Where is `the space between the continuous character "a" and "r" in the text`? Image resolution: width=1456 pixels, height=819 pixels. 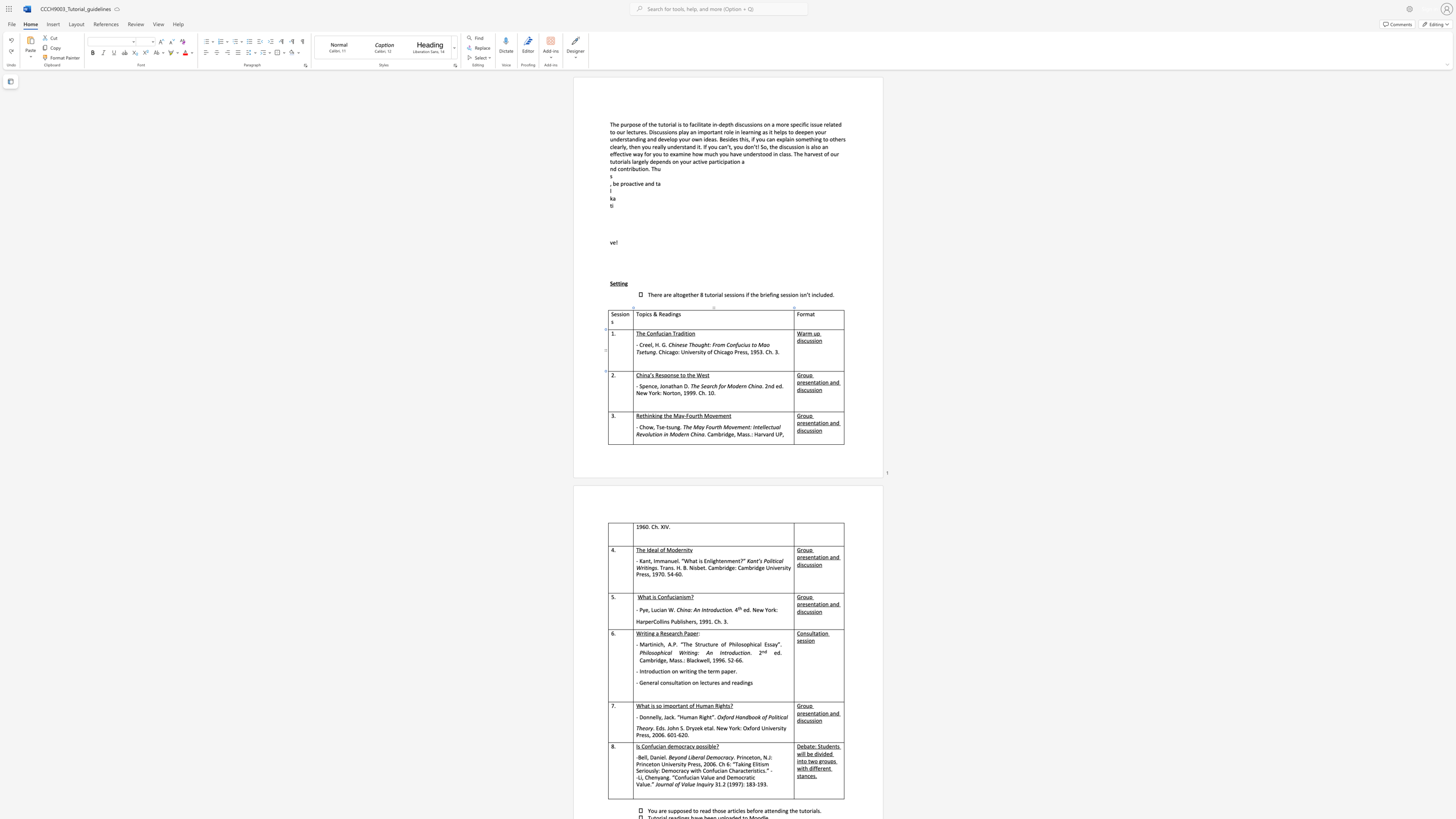 the space between the continuous character "a" and "r" in the text is located at coordinates (805, 332).